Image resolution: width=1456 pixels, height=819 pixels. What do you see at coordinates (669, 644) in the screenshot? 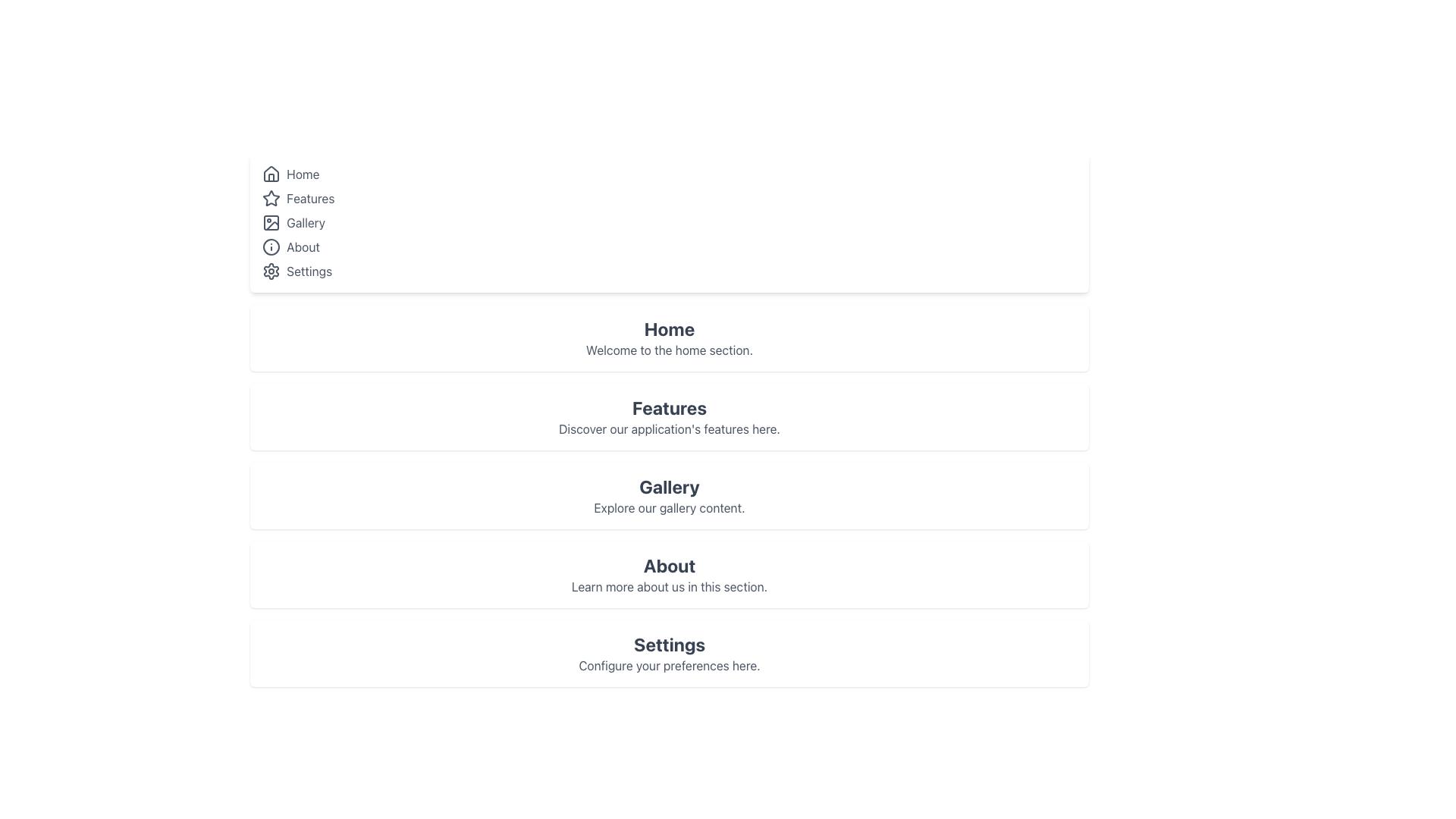
I see `the 'Settings' text label, which is styled in bold, 2XL font size and gray color (#4a4a4a), located in the lower section of the interface` at bounding box center [669, 644].